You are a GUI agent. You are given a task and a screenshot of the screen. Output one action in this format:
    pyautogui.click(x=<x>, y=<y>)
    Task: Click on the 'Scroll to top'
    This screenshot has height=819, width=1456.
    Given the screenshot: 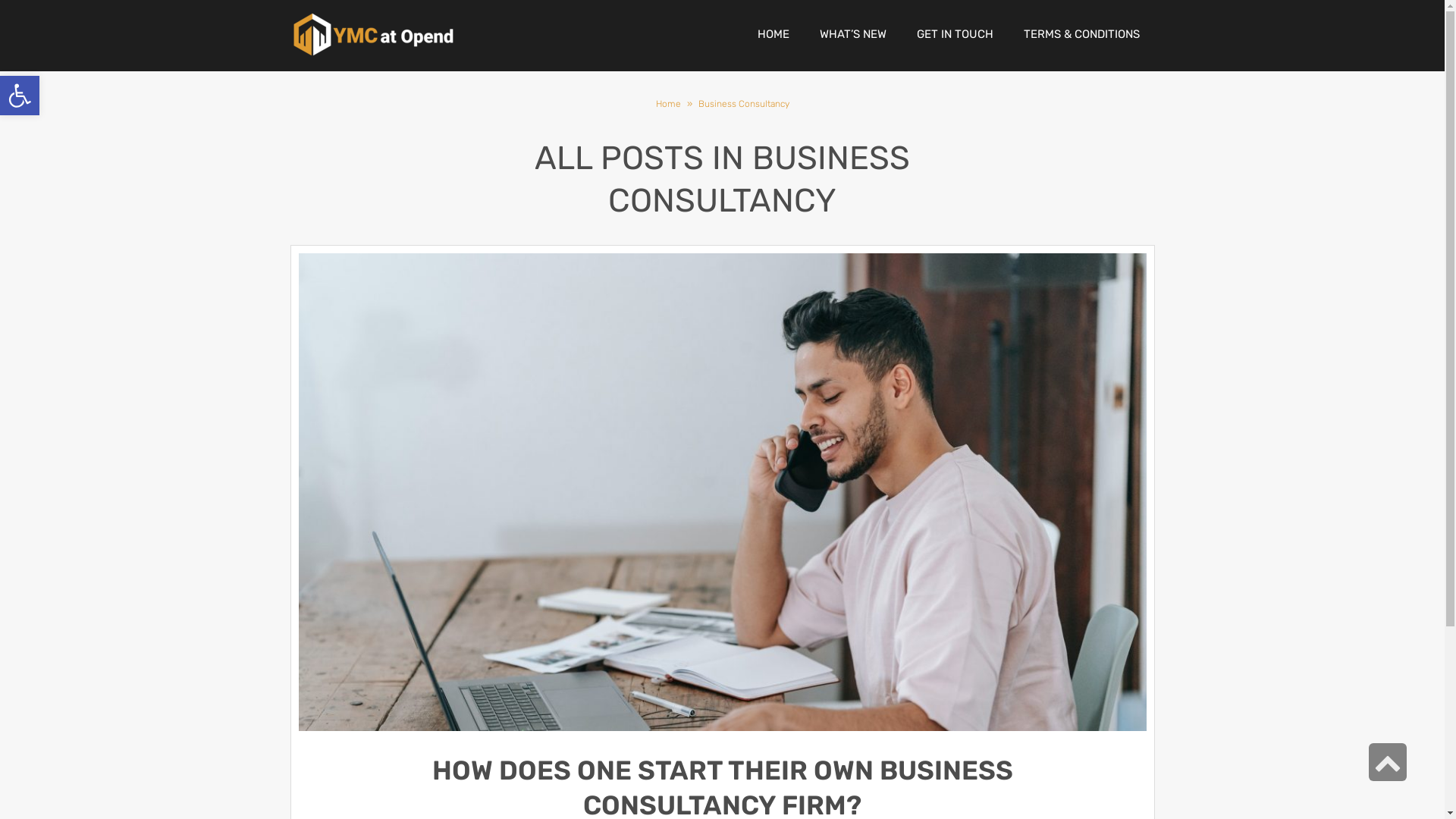 What is the action you would take?
    pyautogui.click(x=1387, y=762)
    